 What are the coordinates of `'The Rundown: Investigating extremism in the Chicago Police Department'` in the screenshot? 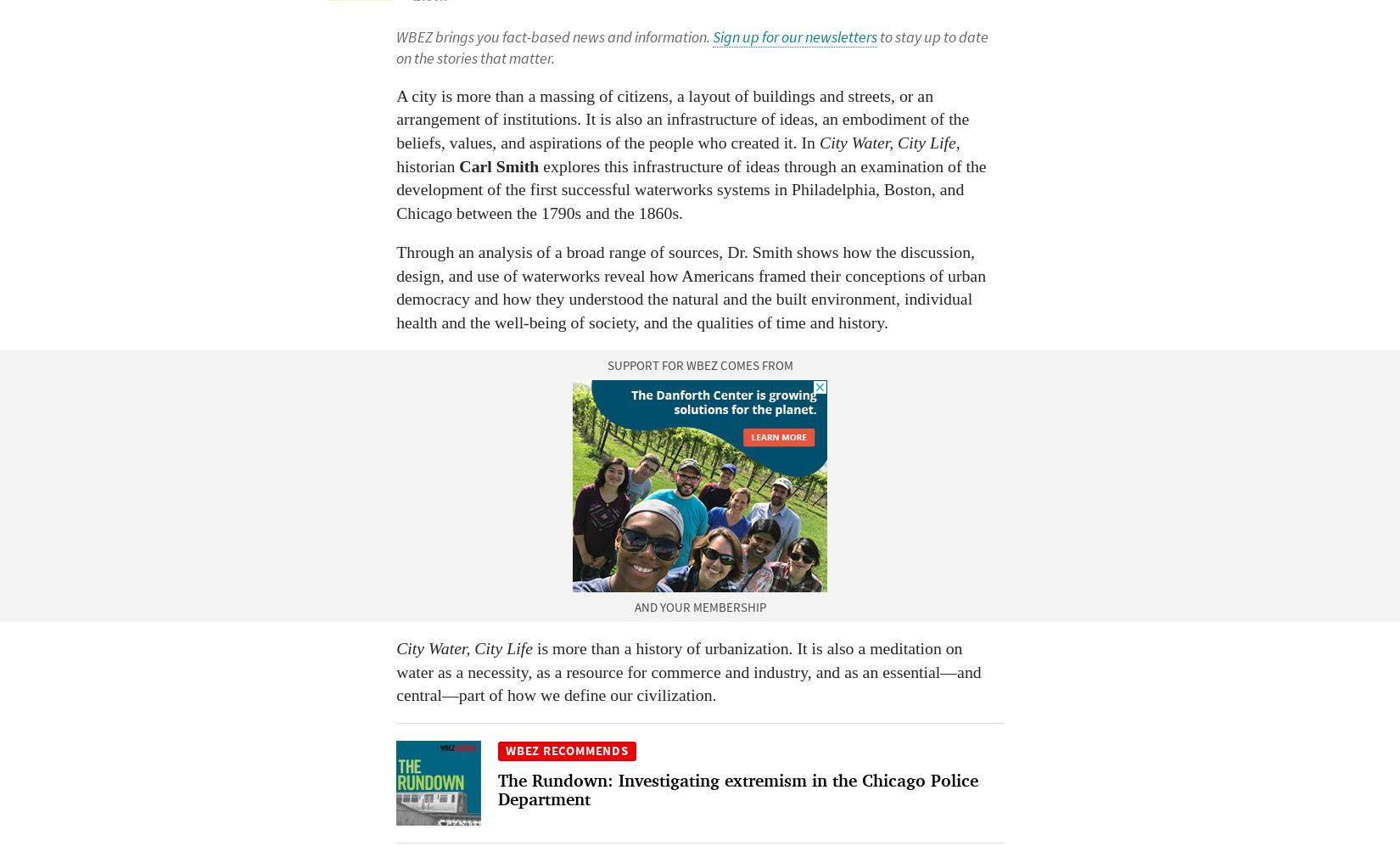 It's located at (737, 789).